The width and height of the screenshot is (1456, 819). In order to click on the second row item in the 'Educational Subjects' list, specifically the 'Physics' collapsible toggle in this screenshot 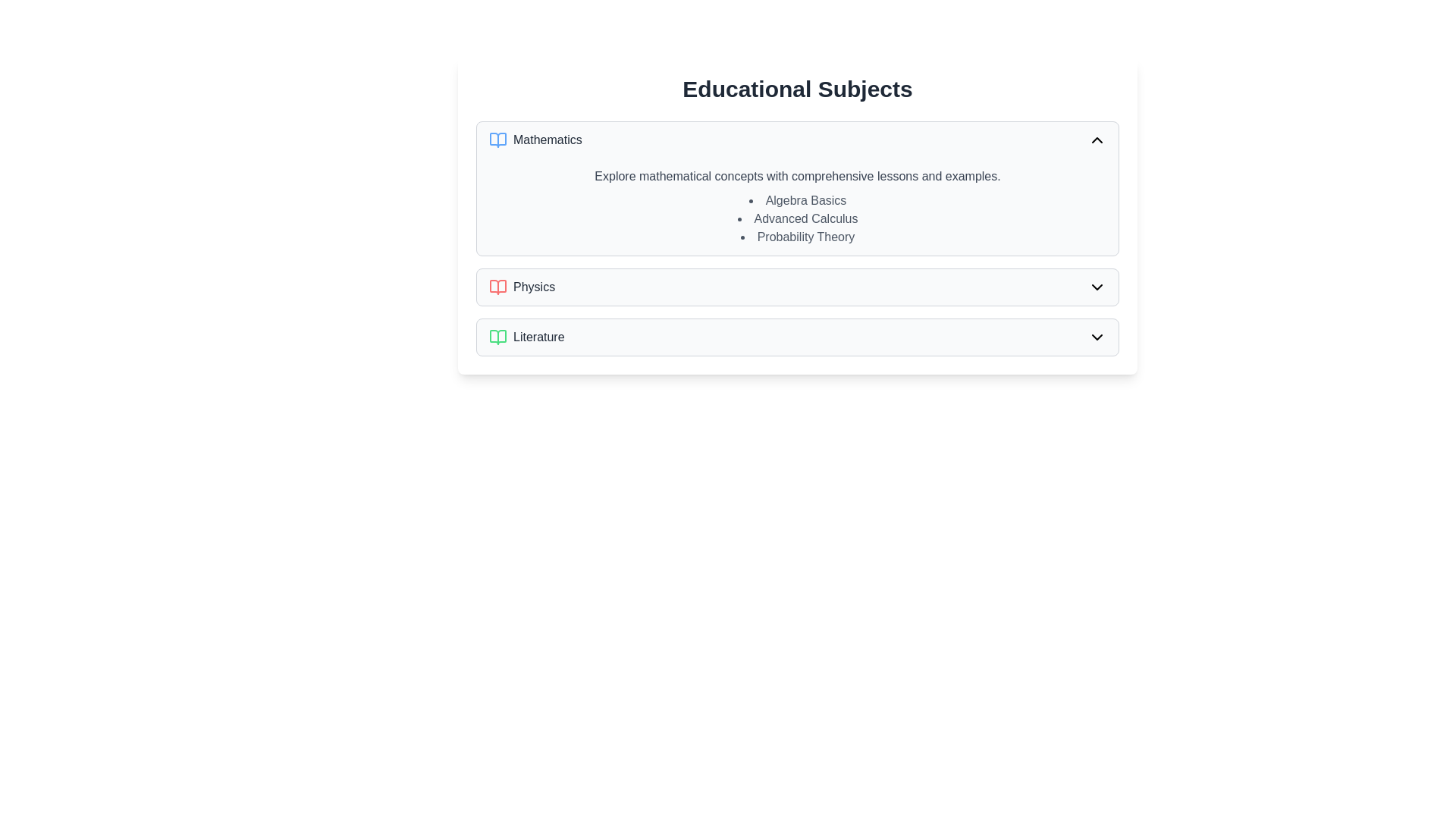, I will do `click(796, 287)`.